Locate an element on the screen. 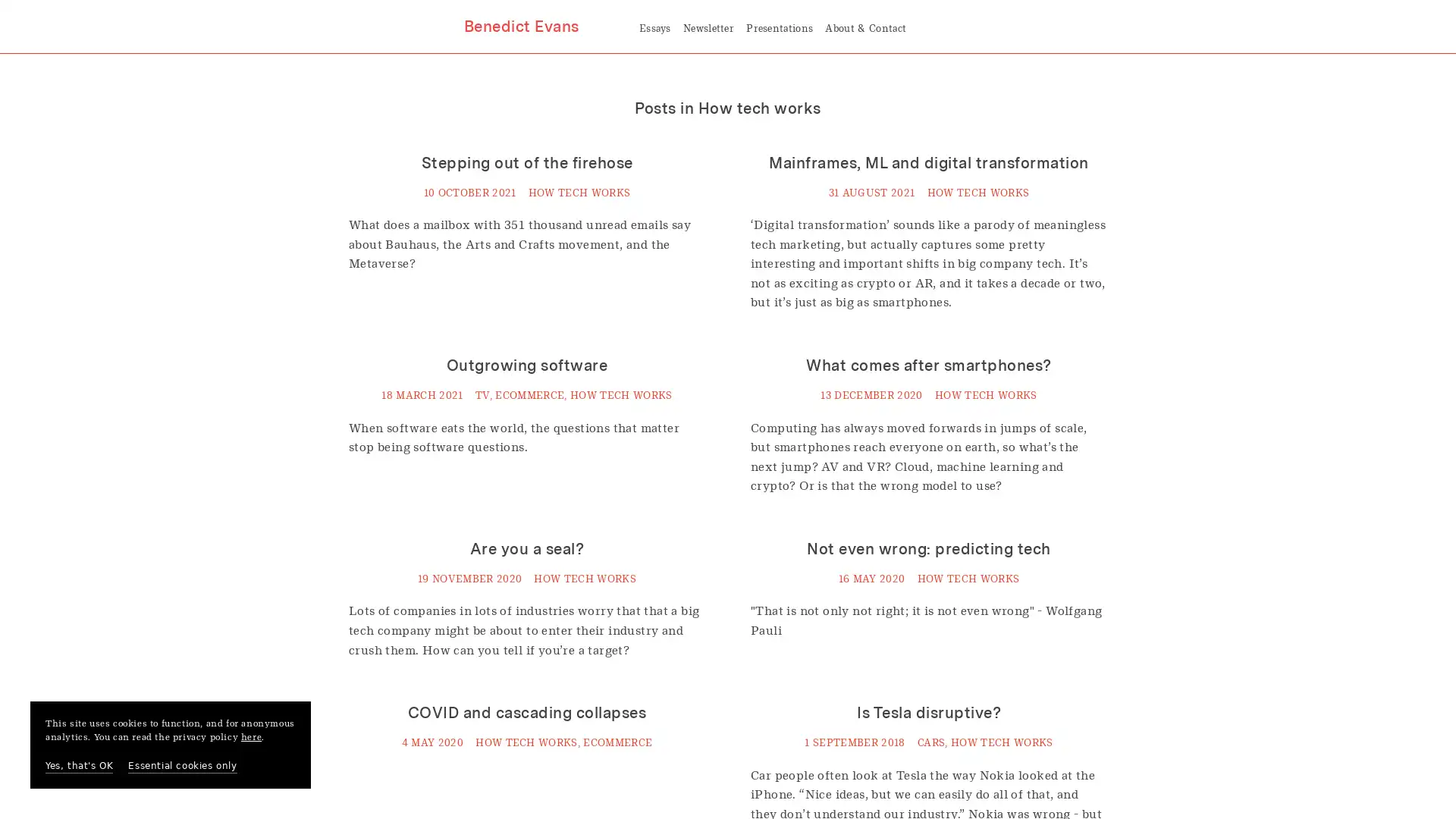 The width and height of the screenshot is (1456, 819). Essential cookies only is located at coordinates (182, 766).